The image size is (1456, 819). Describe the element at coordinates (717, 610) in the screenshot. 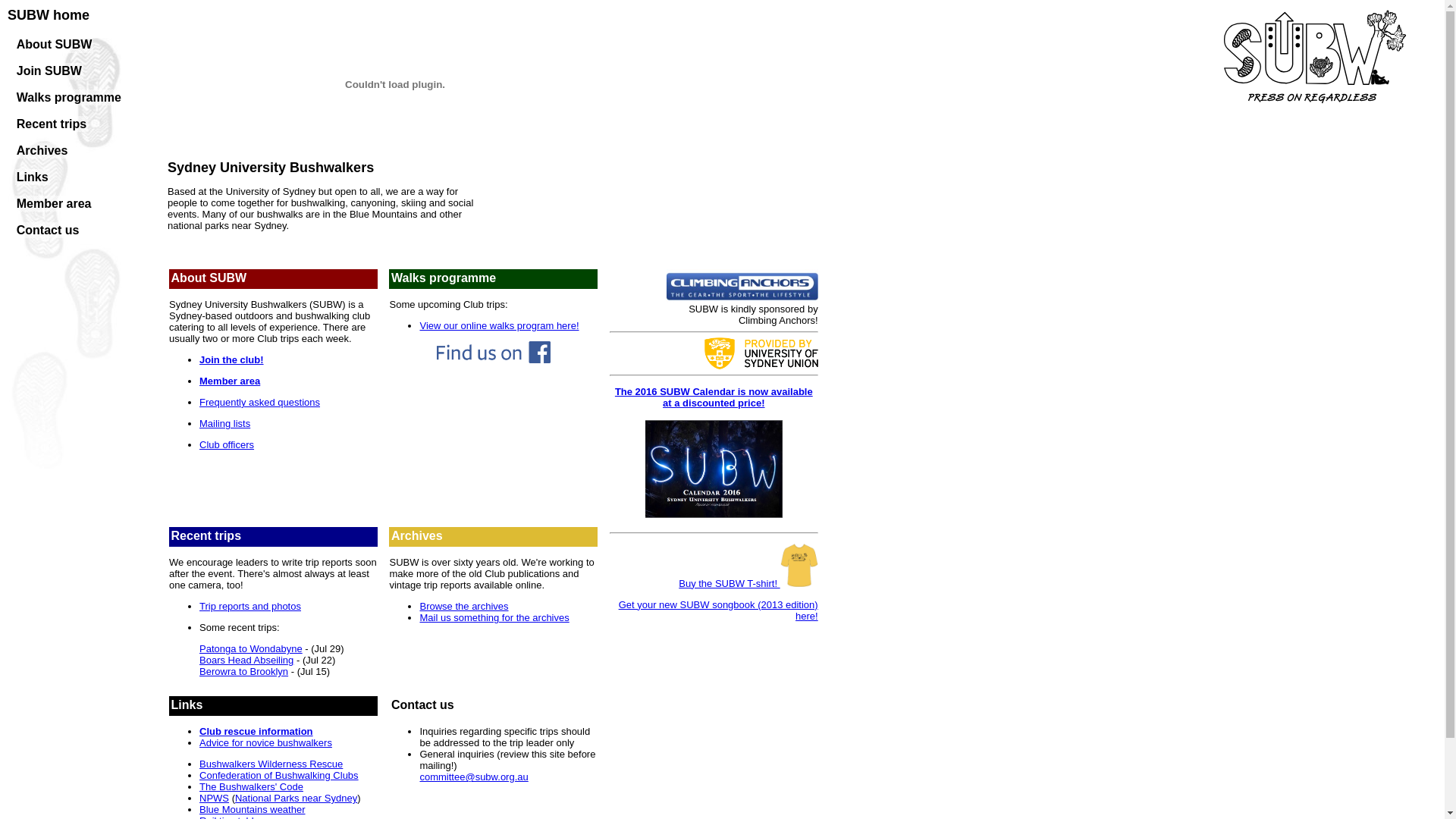

I see `'Get your new SUBW songbook (2013 edition) here!'` at that location.